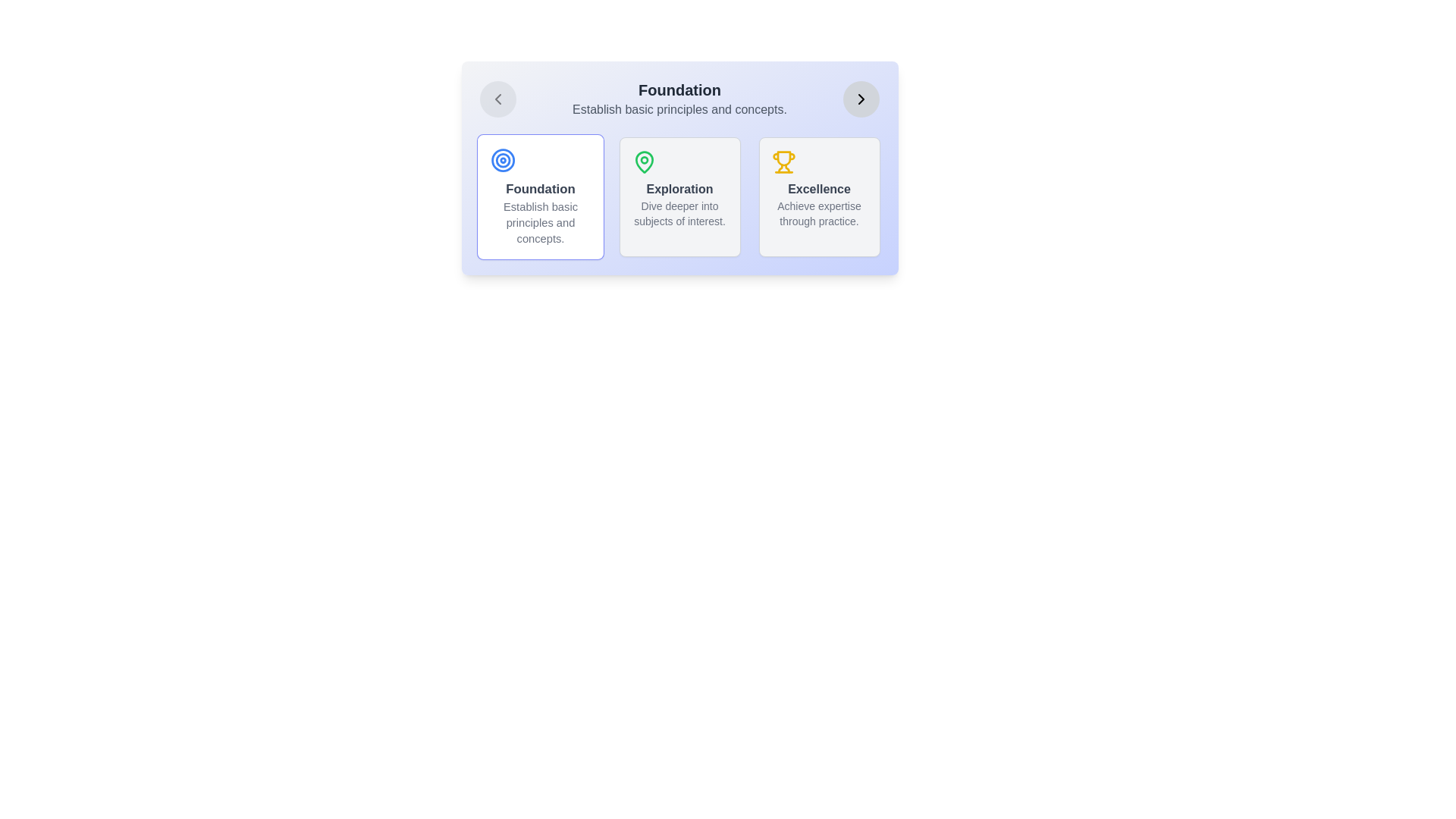  Describe the element at coordinates (679, 189) in the screenshot. I see `the title text label in the middle card, which serves as a reference for the card's theme and is positioned below a map pin icon` at that location.